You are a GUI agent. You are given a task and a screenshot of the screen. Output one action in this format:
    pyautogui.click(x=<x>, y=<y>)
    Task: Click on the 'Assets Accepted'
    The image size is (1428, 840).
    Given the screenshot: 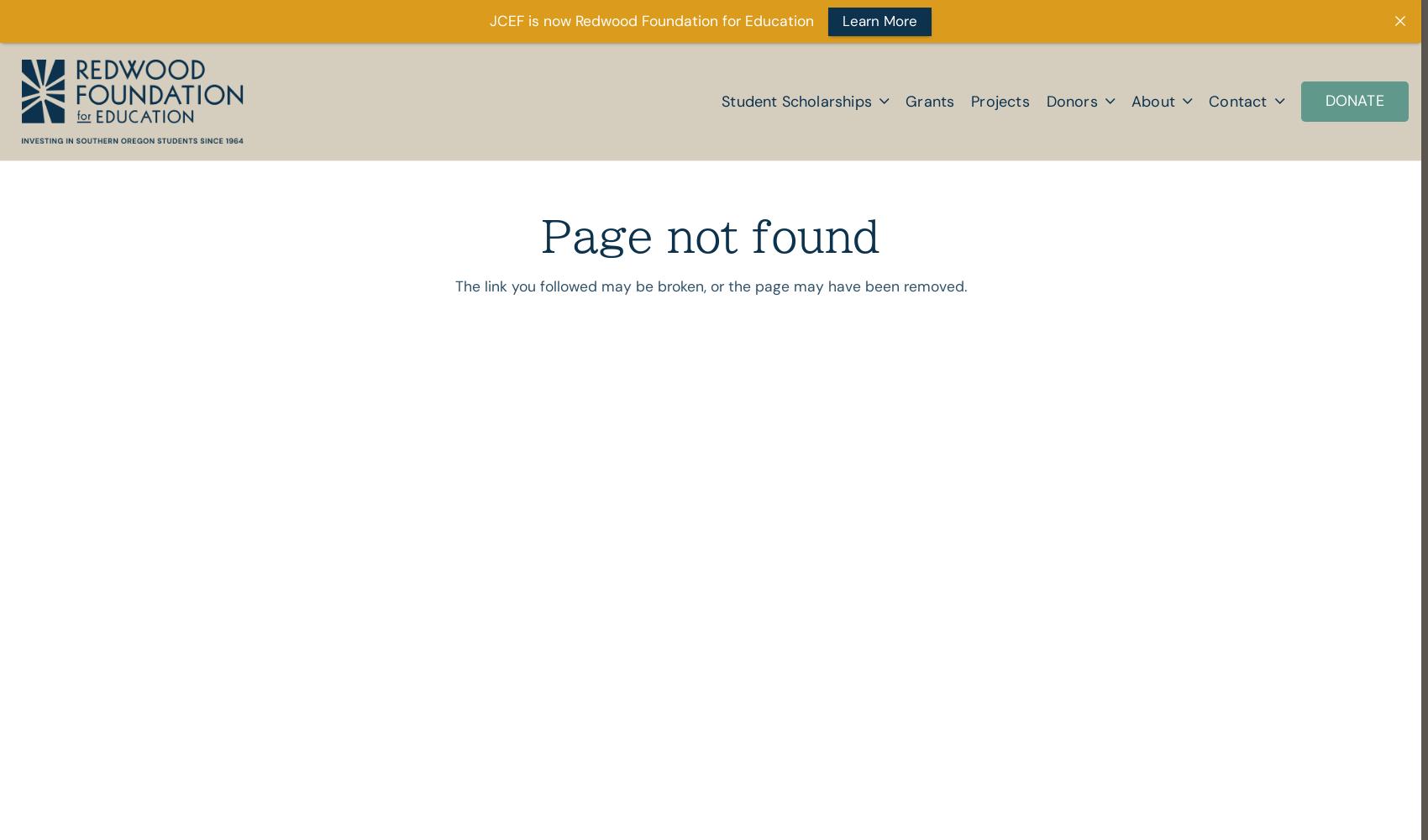 What is the action you would take?
    pyautogui.click(x=1115, y=330)
    